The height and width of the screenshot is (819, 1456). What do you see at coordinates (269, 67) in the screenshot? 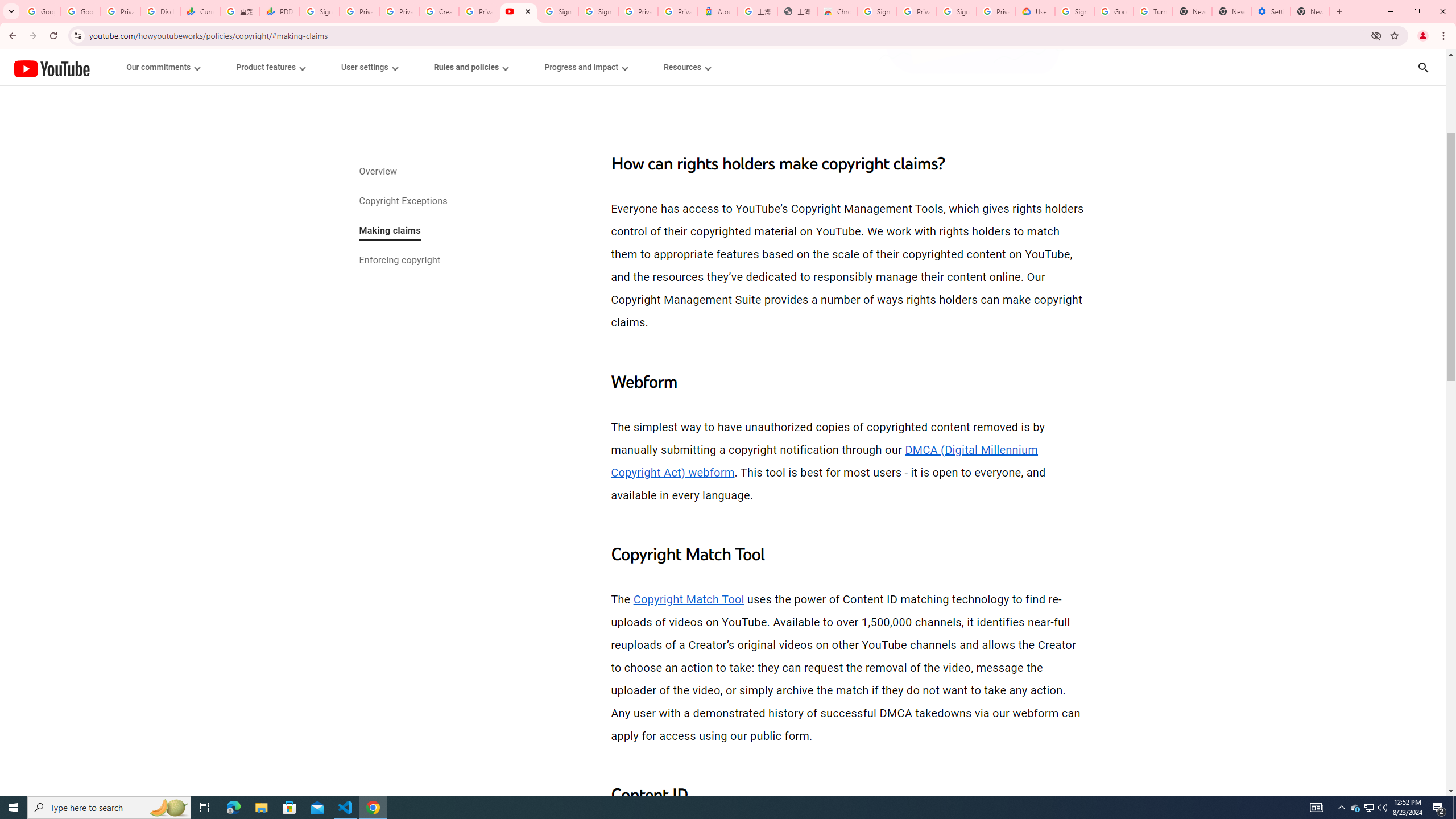
I see `'Product features menupopup'` at bounding box center [269, 67].